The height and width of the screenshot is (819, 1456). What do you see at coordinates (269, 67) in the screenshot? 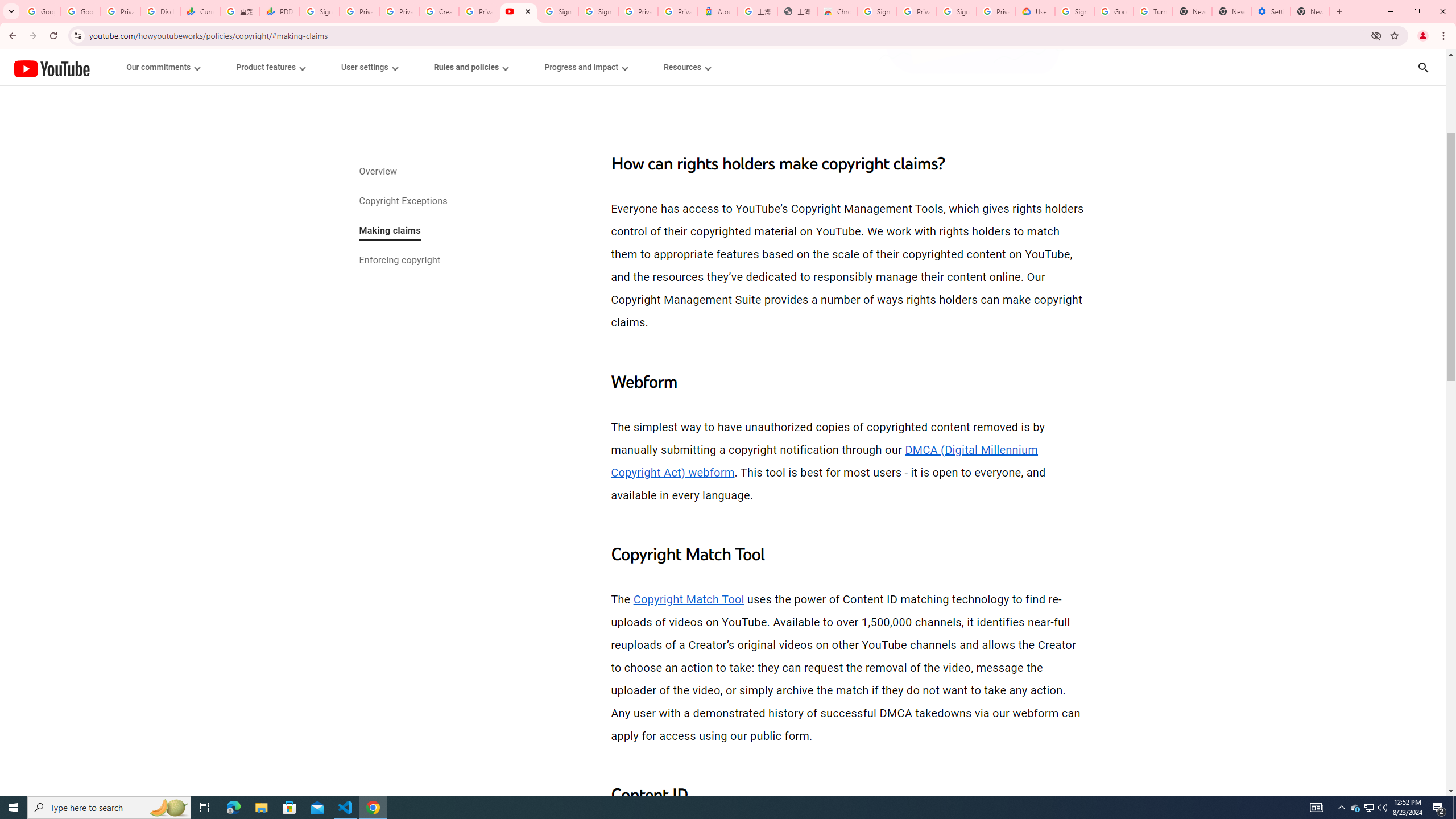
I see `'Product features menupopup'` at bounding box center [269, 67].